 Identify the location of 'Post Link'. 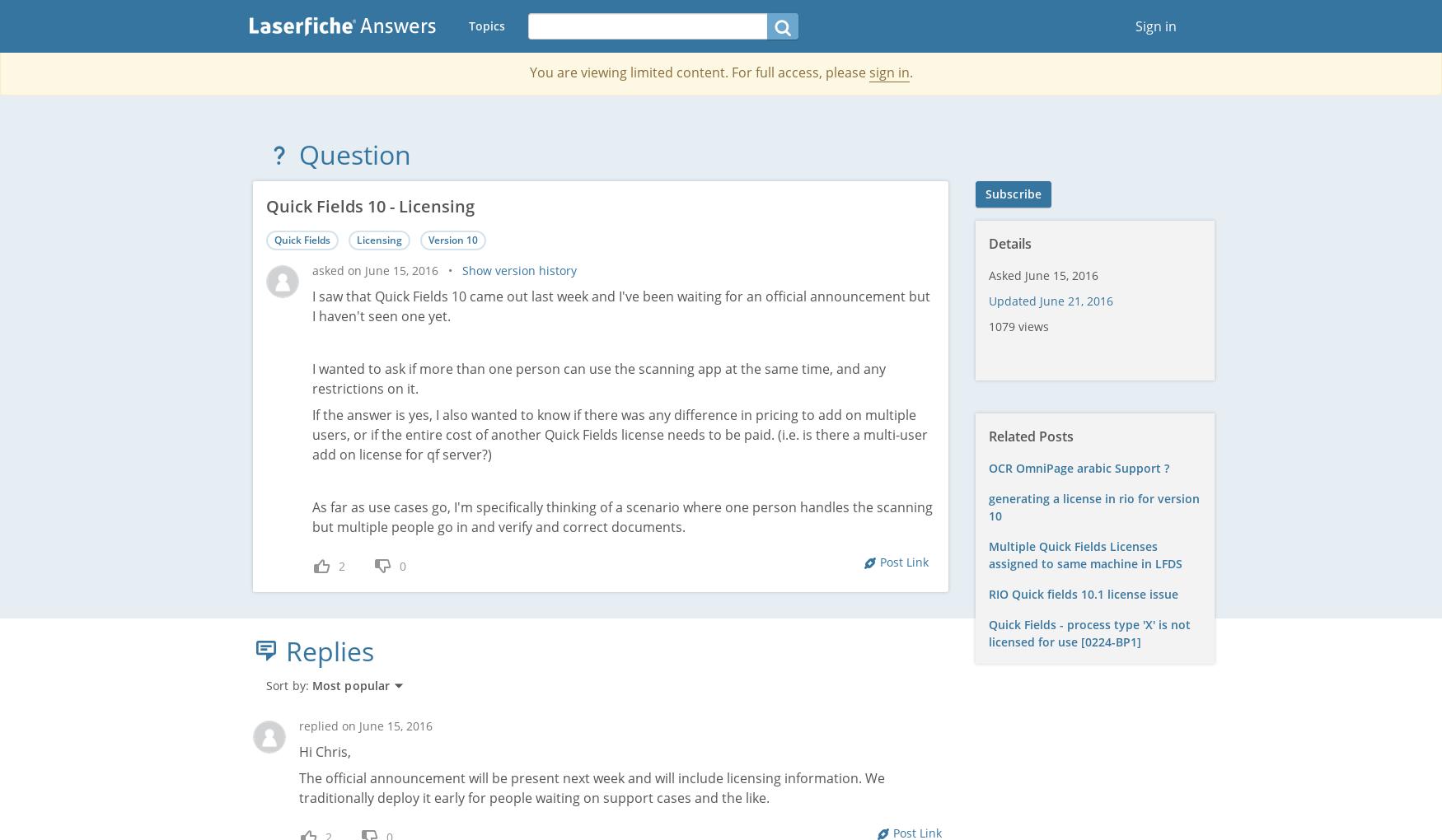
(904, 561).